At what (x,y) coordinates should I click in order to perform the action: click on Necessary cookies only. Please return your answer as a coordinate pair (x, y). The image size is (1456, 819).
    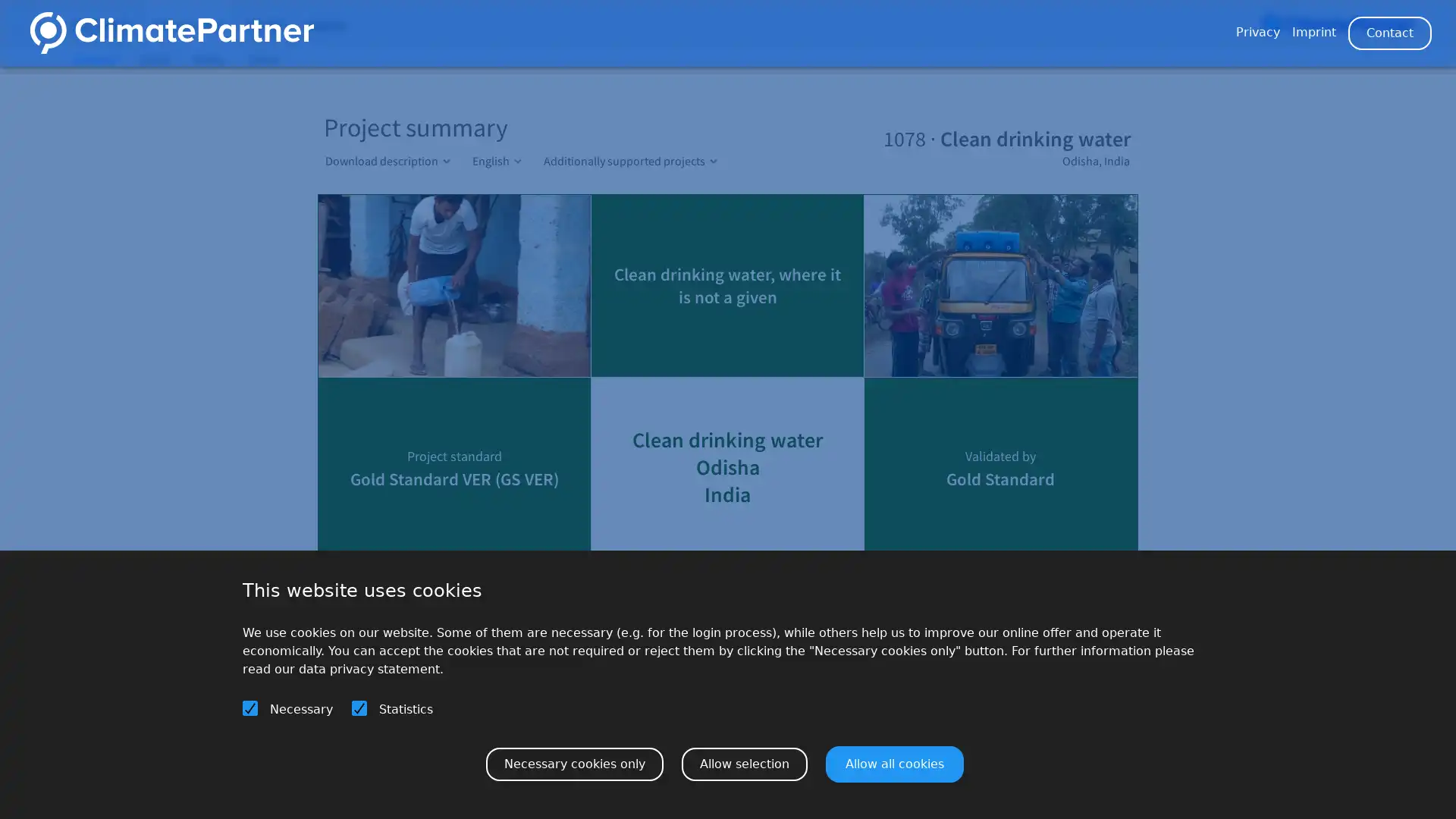
    Looking at the image, I should click on (574, 763).